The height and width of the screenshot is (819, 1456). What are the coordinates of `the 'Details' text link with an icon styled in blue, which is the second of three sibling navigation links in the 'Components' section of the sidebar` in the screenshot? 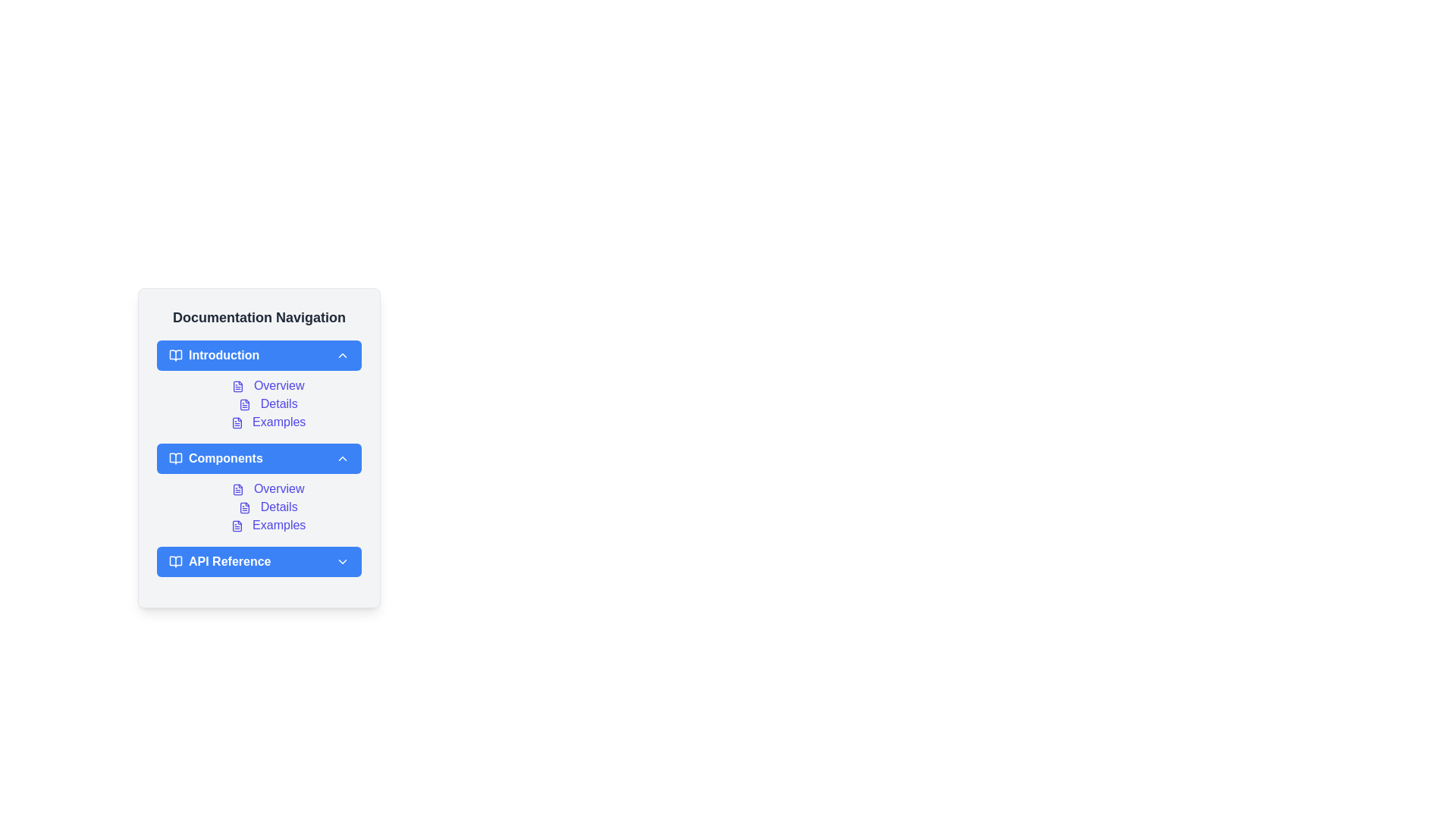 It's located at (268, 507).